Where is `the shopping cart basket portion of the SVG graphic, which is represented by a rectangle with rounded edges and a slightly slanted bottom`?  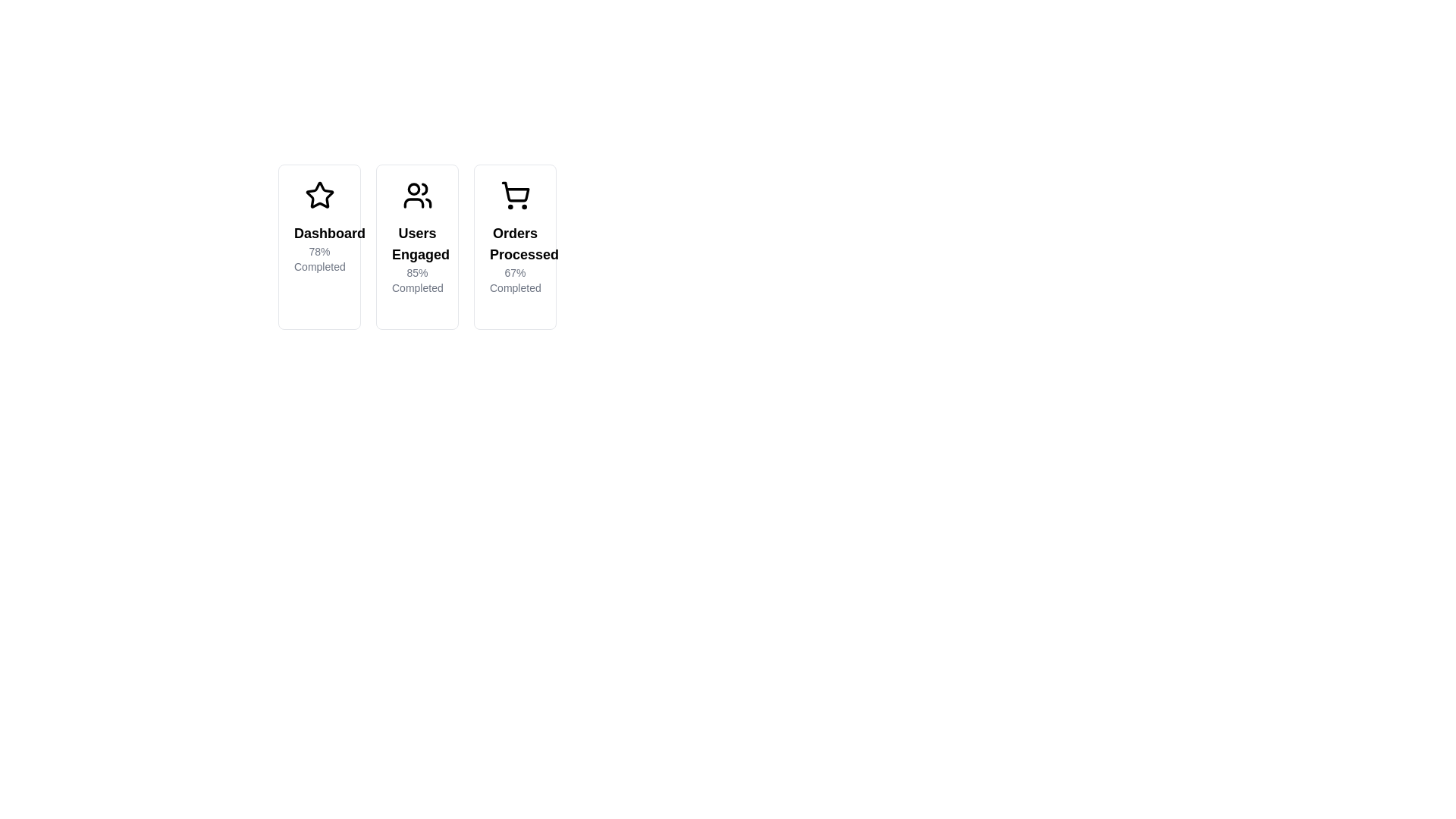
the shopping cart basket portion of the SVG graphic, which is represented by a rectangle with rounded edges and a slightly slanted bottom is located at coordinates (515, 191).